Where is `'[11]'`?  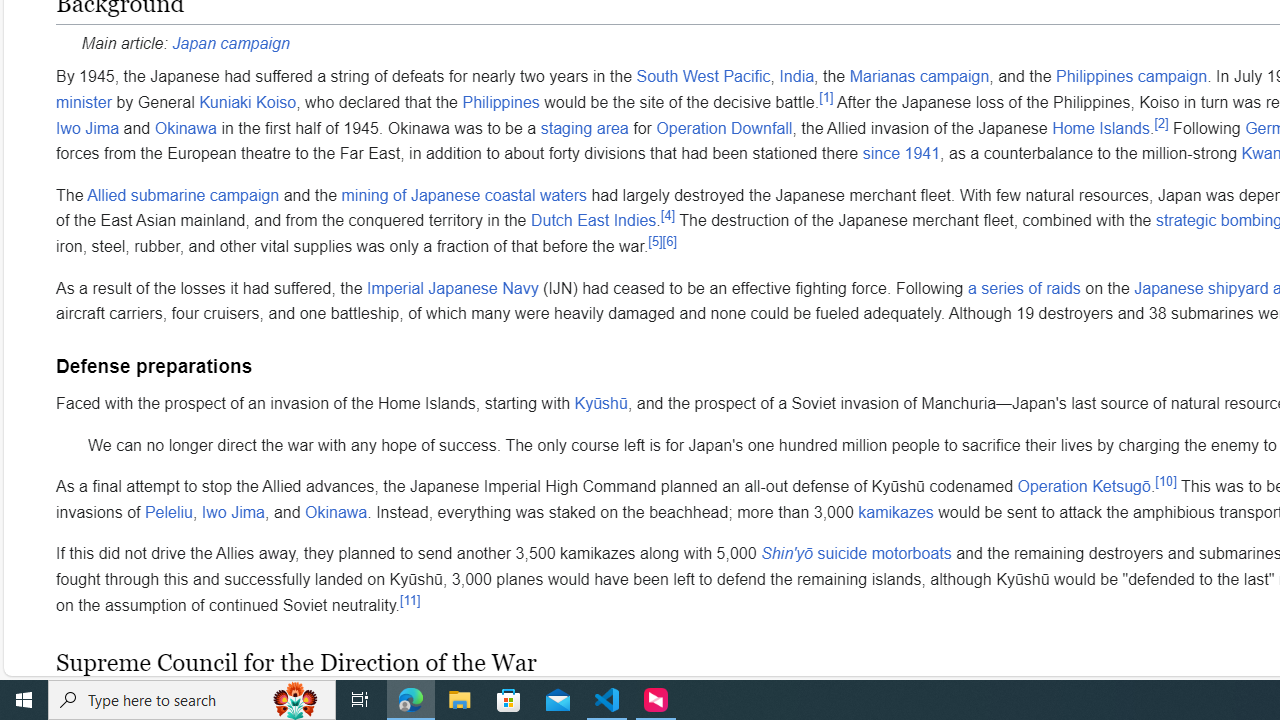 '[11]' is located at coordinates (409, 598).